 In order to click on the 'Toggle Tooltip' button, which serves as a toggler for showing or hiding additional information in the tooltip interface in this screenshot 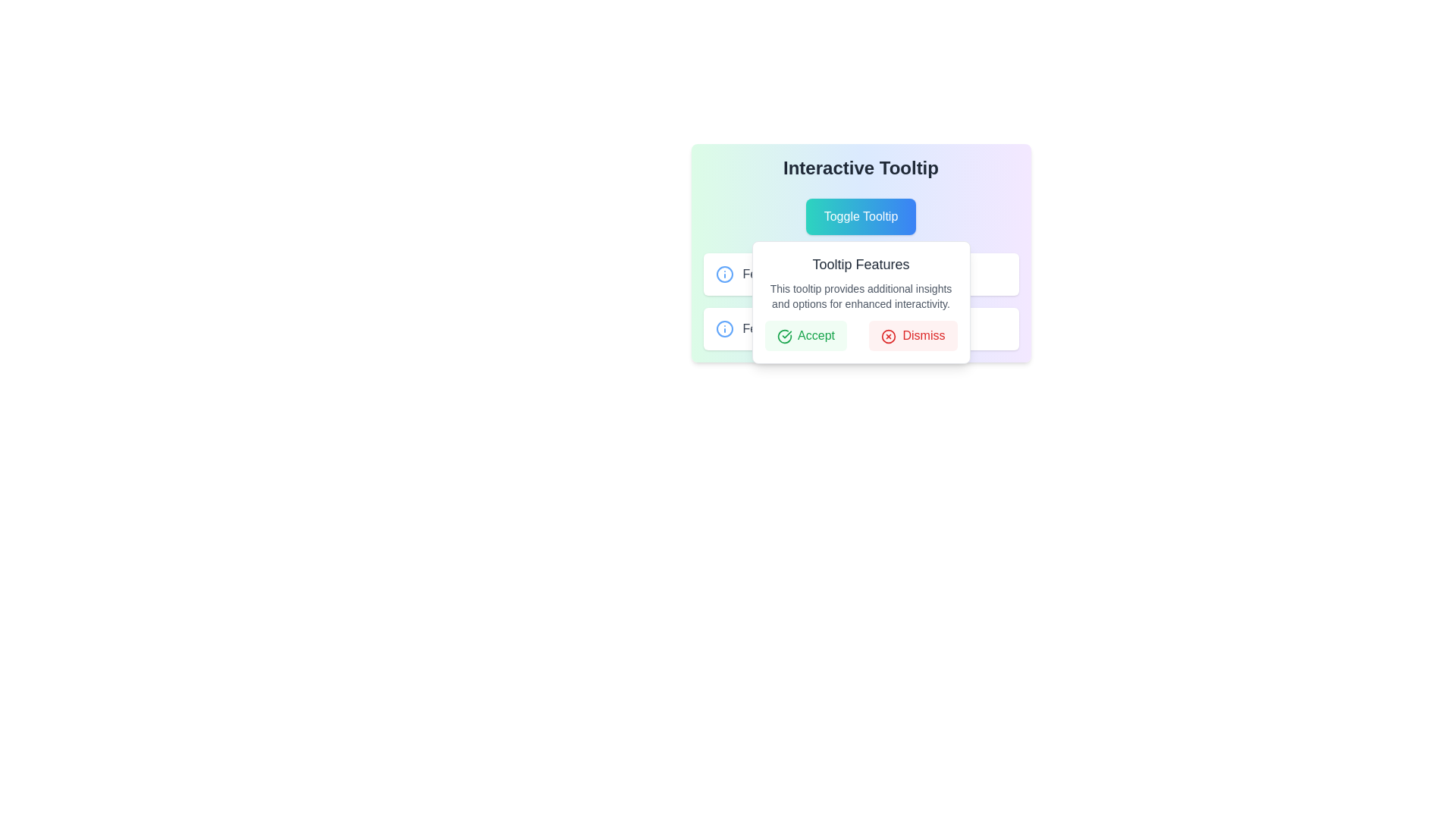, I will do `click(861, 216)`.